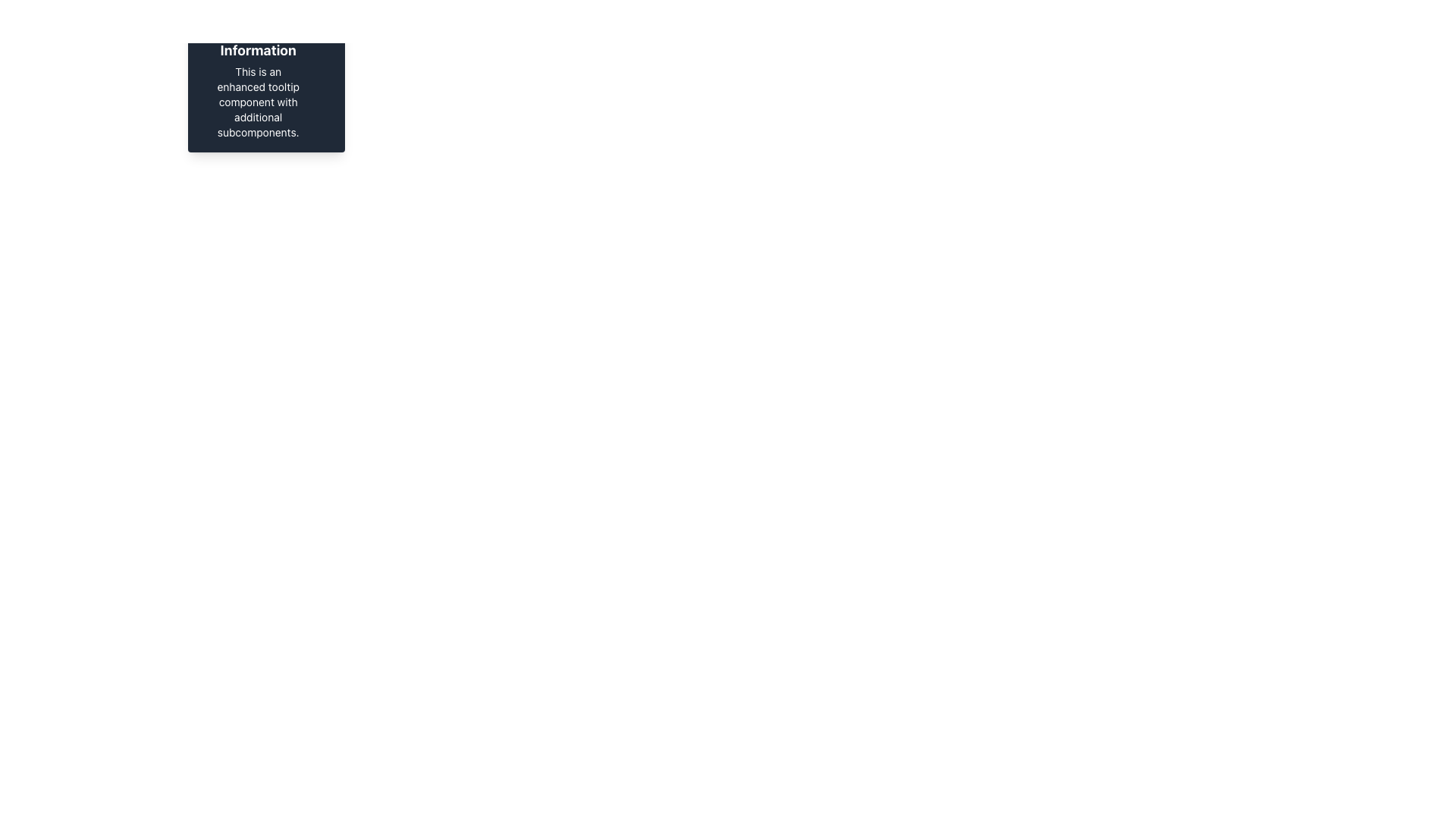  Describe the element at coordinates (258, 102) in the screenshot. I see `text block containing 'This is an enhanced tooltip component with additional subcomponents.' positioned below the 'Tooltip Information' header in the tooltip box` at that location.